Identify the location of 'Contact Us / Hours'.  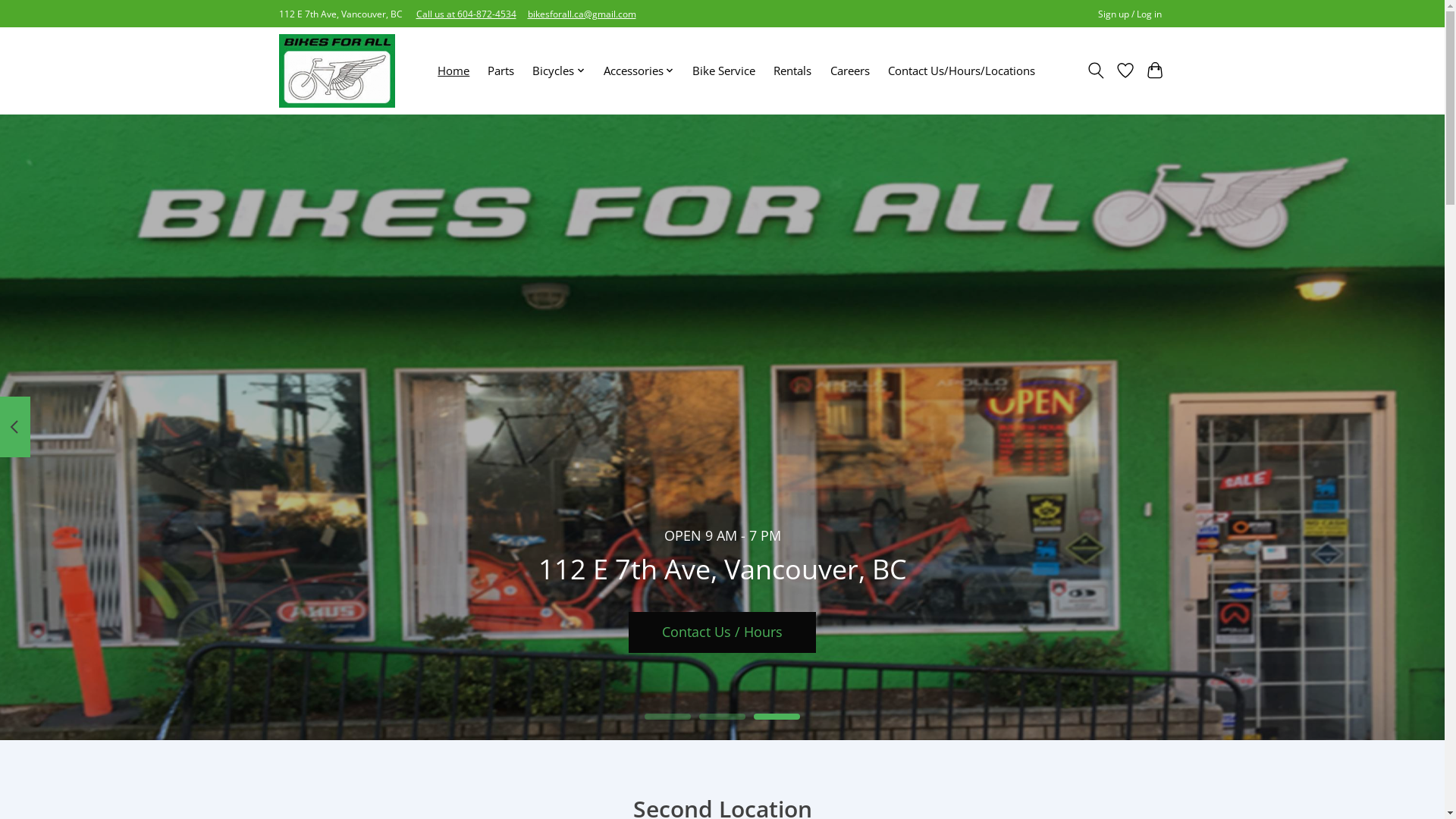
(721, 632).